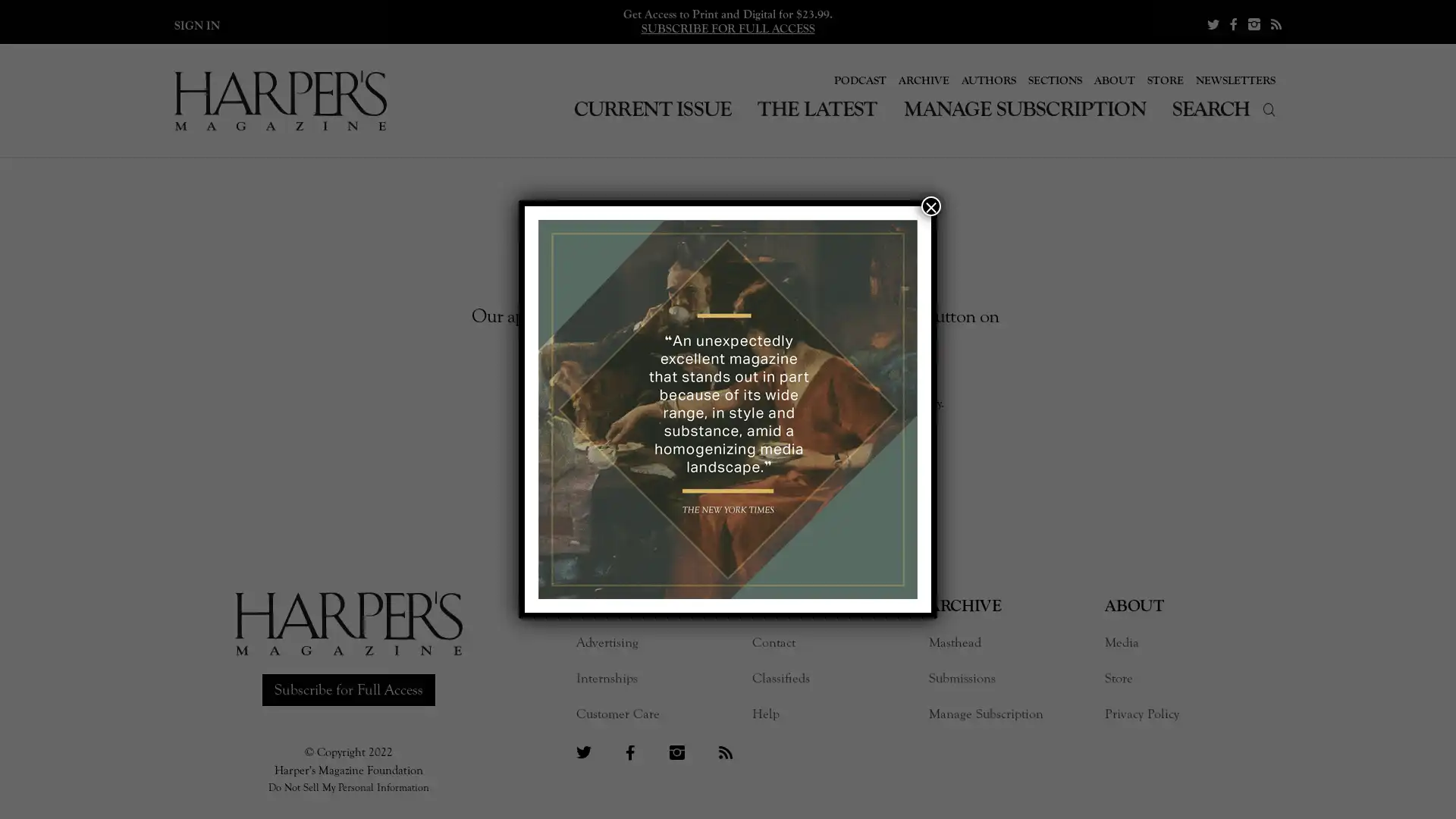  Describe the element at coordinates (930, 206) in the screenshot. I see `Close` at that location.